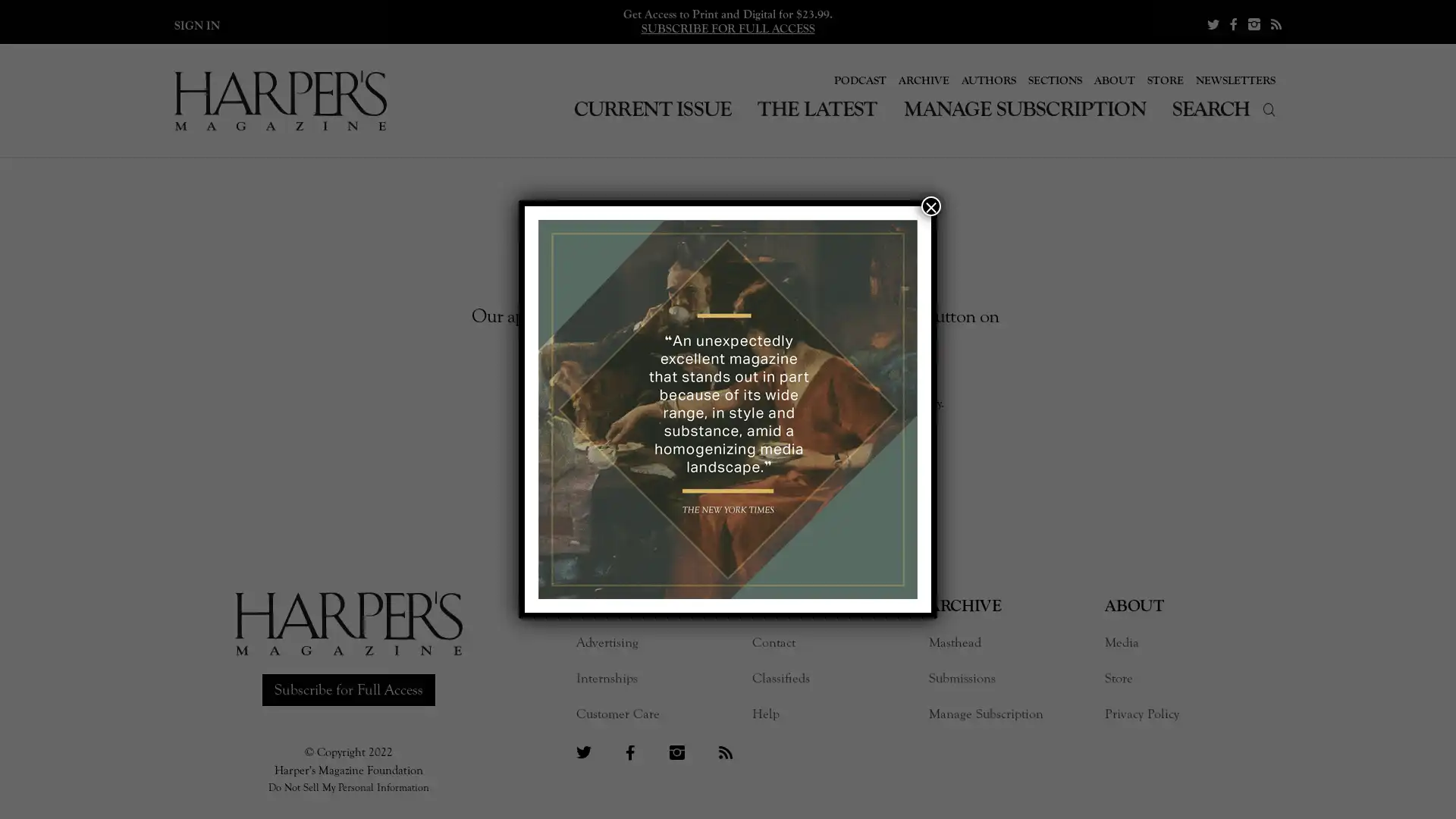  Describe the element at coordinates (930, 206) in the screenshot. I see `Close` at that location.